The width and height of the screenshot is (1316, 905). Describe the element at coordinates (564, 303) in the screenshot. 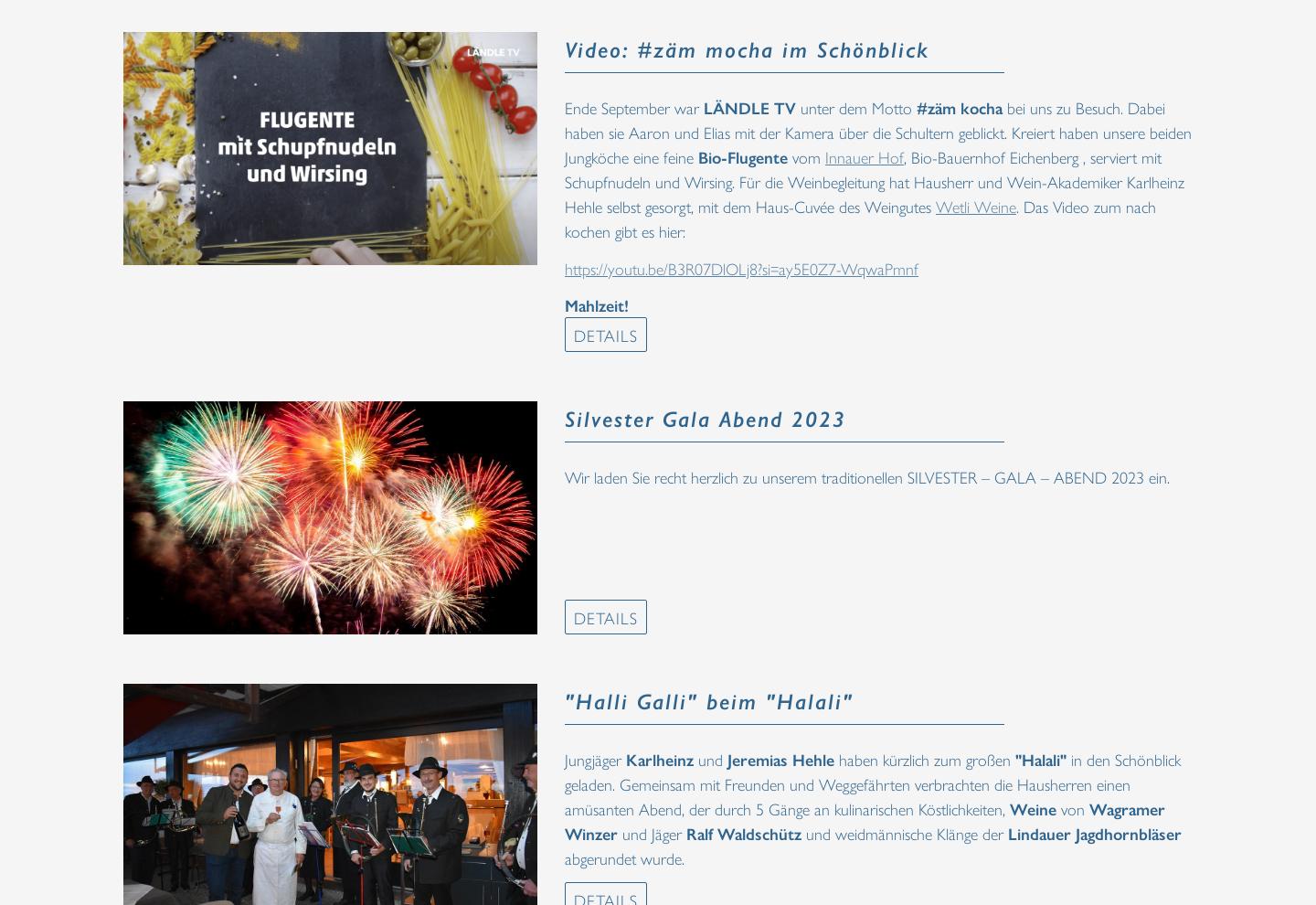

I see `'Mahlzeit!'` at that location.